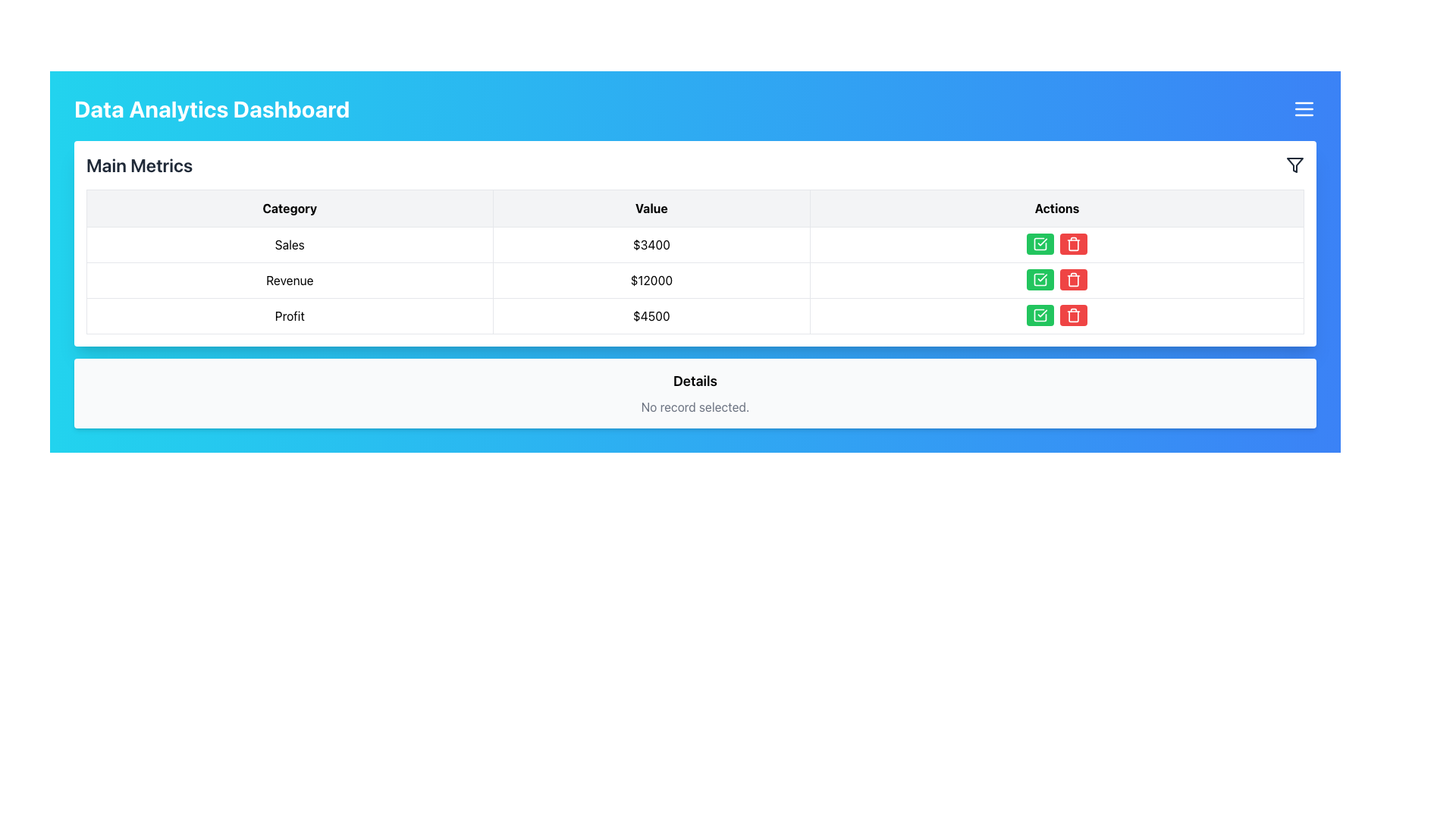  I want to click on the red button with a trash can icon located in the second position under the 'Actions' column of the 'Revenue' metric to trigger its hover styling, so click(1073, 280).